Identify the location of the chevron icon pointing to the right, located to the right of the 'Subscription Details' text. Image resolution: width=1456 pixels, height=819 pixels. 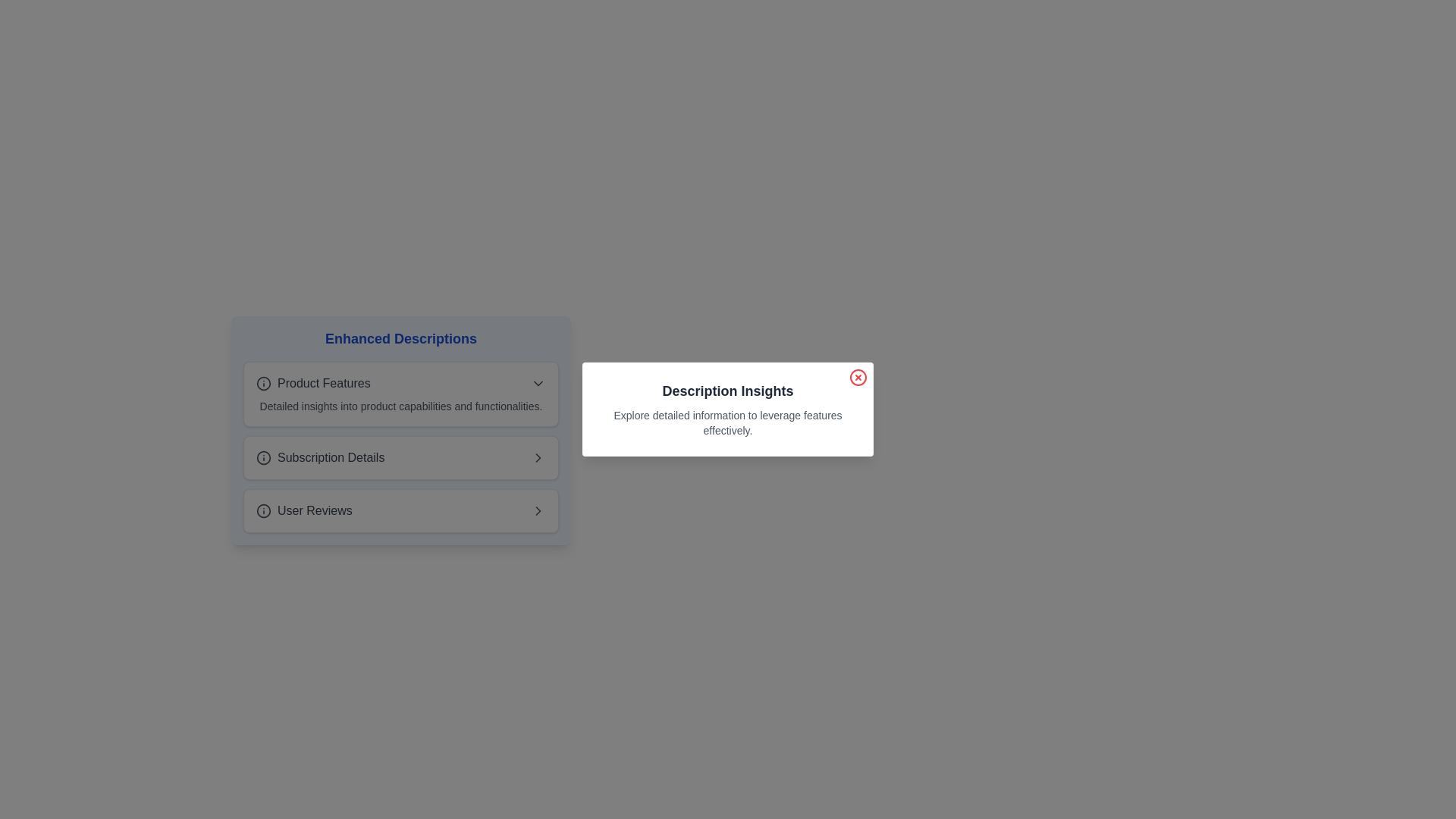
(538, 457).